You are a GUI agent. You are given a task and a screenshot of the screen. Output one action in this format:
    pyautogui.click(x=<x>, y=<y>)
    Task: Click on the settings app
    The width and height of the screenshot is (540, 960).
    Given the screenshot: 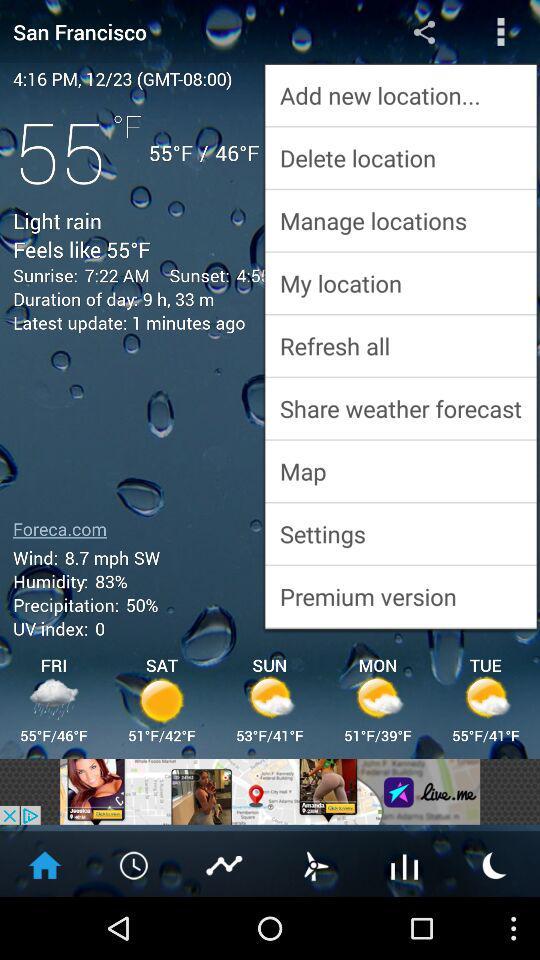 What is the action you would take?
    pyautogui.click(x=400, y=532)
    